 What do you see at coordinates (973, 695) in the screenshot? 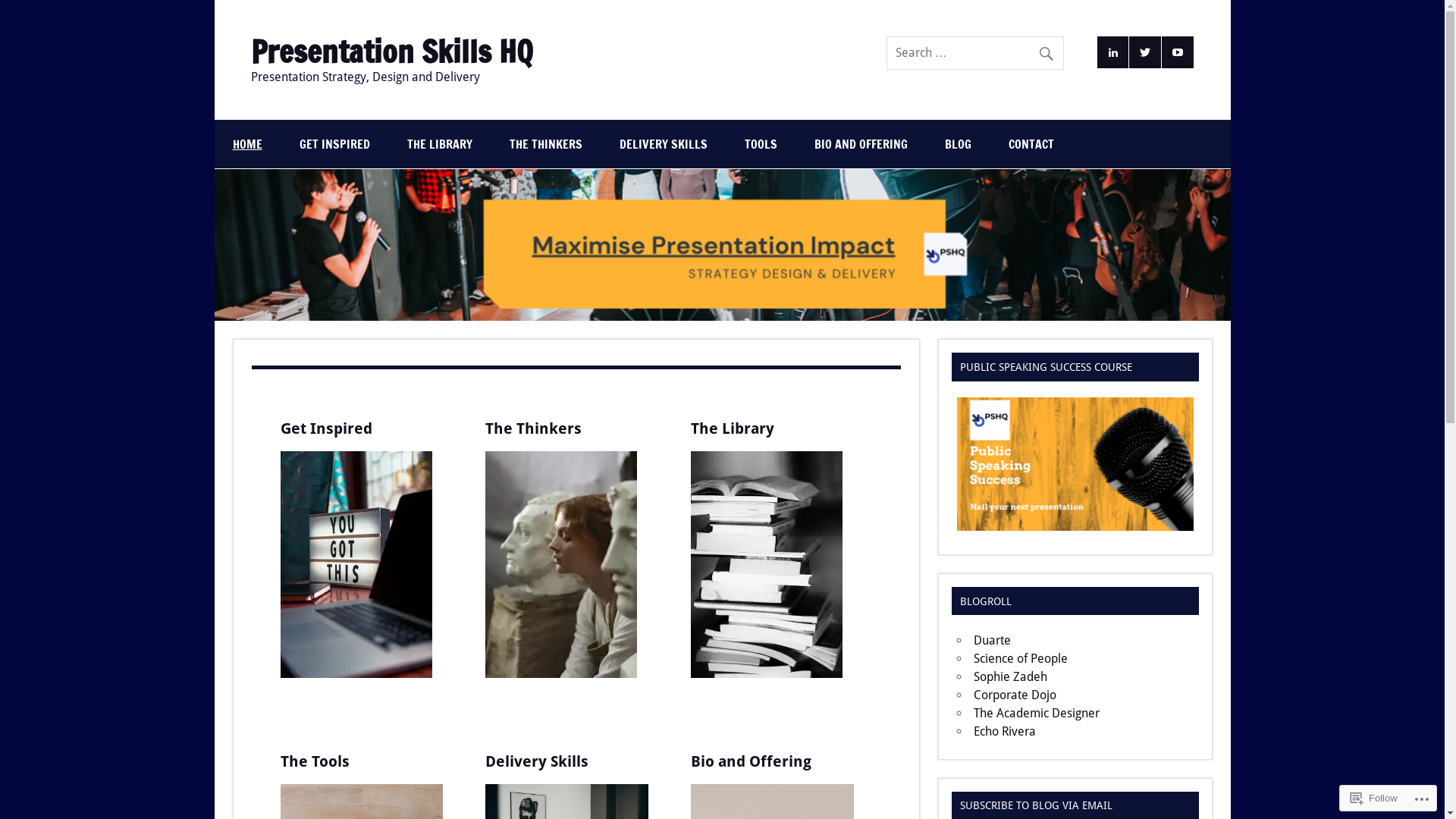
I see `'Corporate Dojo'` at bounding box center [973, 695].